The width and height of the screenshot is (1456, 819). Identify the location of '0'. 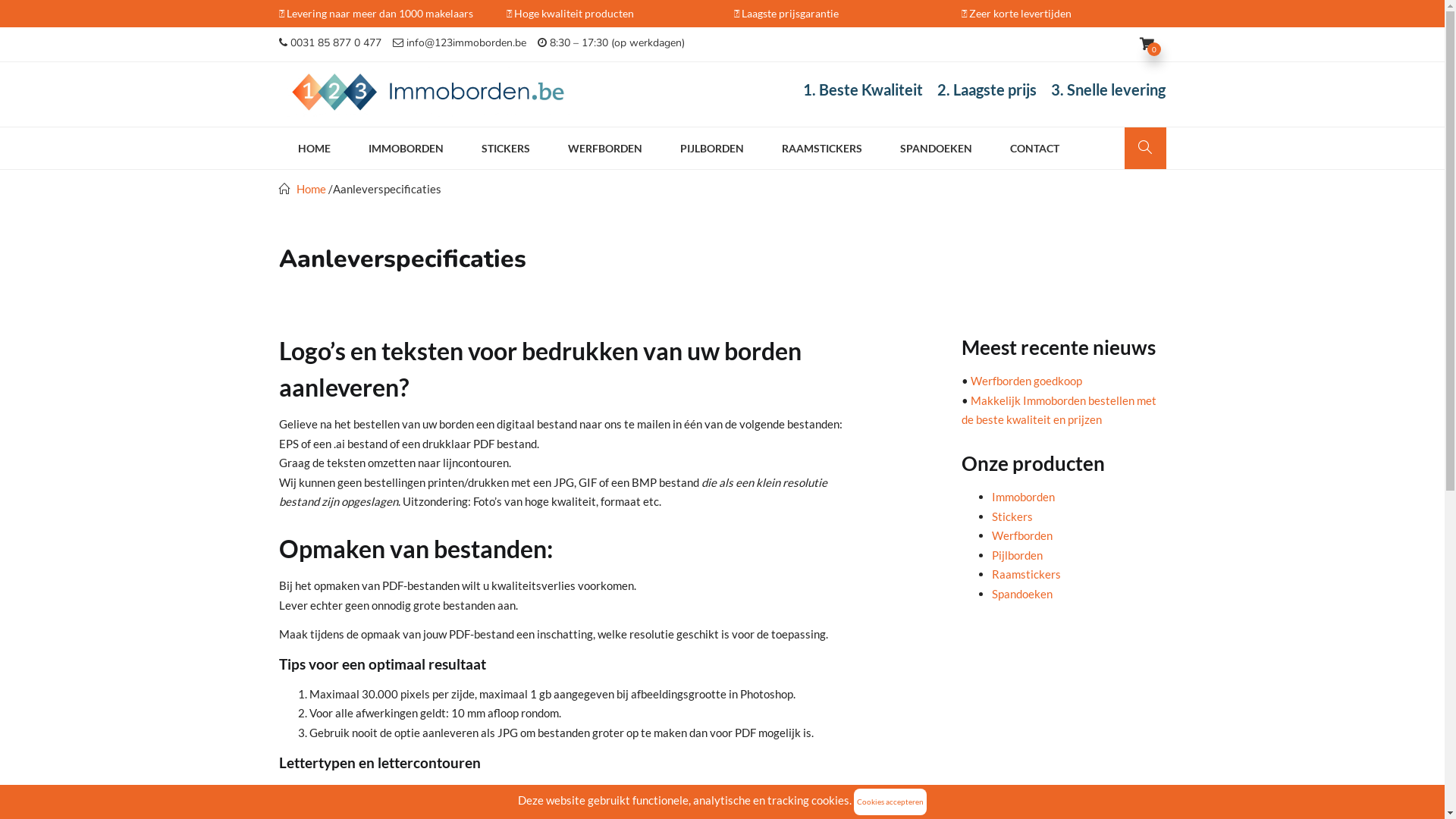
(1153, 42).